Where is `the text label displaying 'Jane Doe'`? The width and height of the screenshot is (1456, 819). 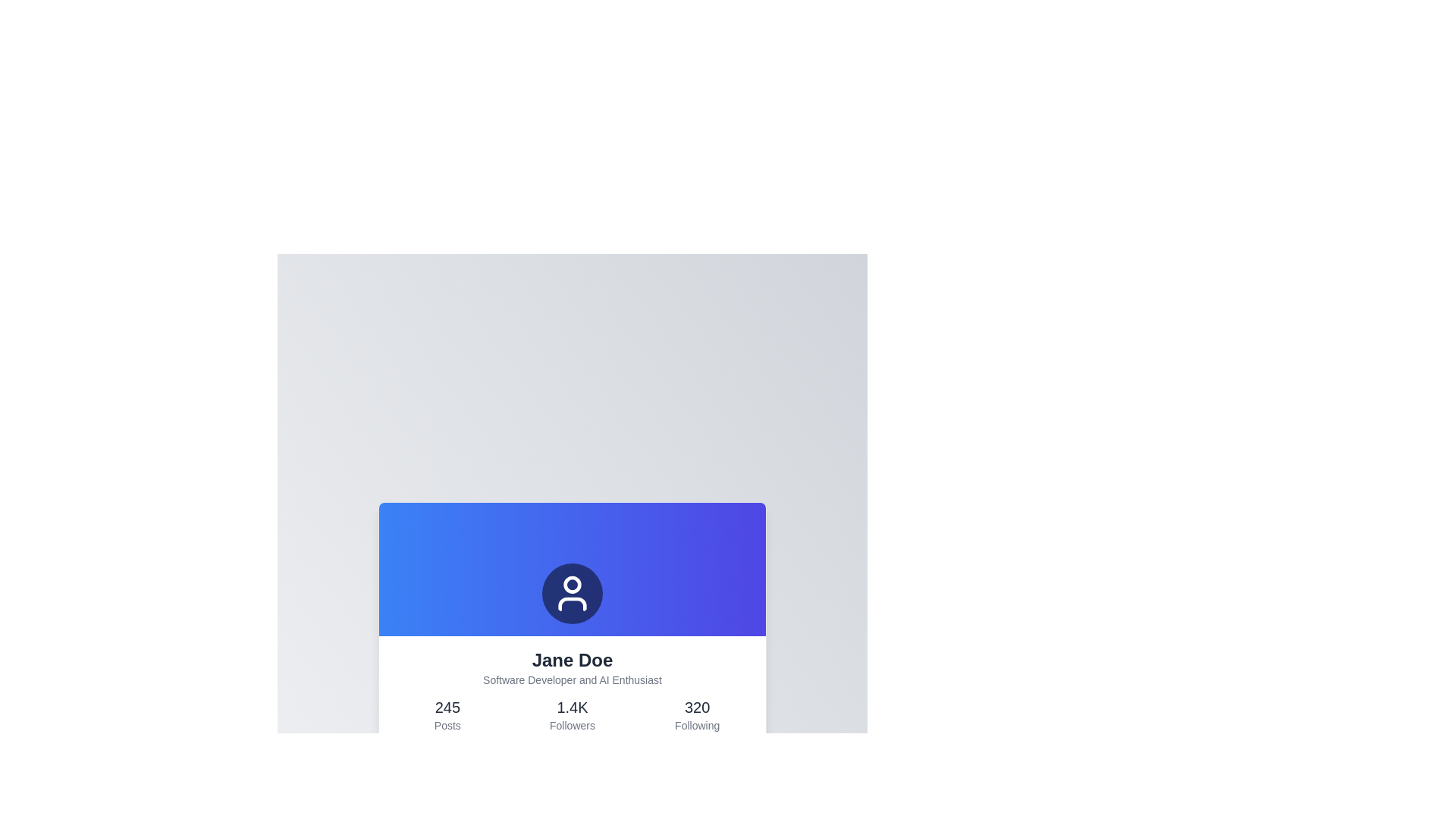
the text label displaying 'Jane Doe' is located at coordinates (571, 660).